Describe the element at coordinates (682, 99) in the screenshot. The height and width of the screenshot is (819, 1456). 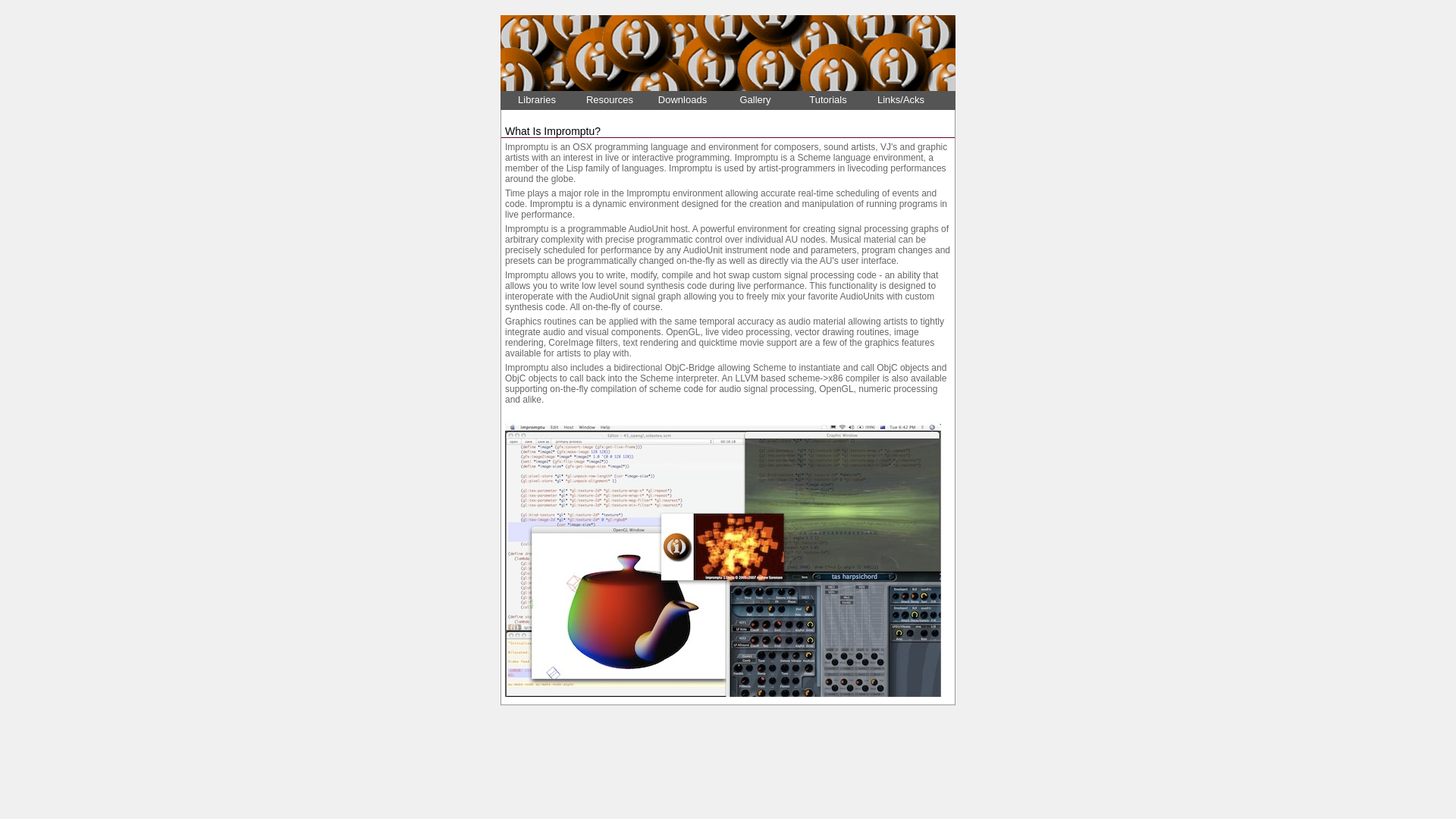
I see `'Downloads'` at that location.